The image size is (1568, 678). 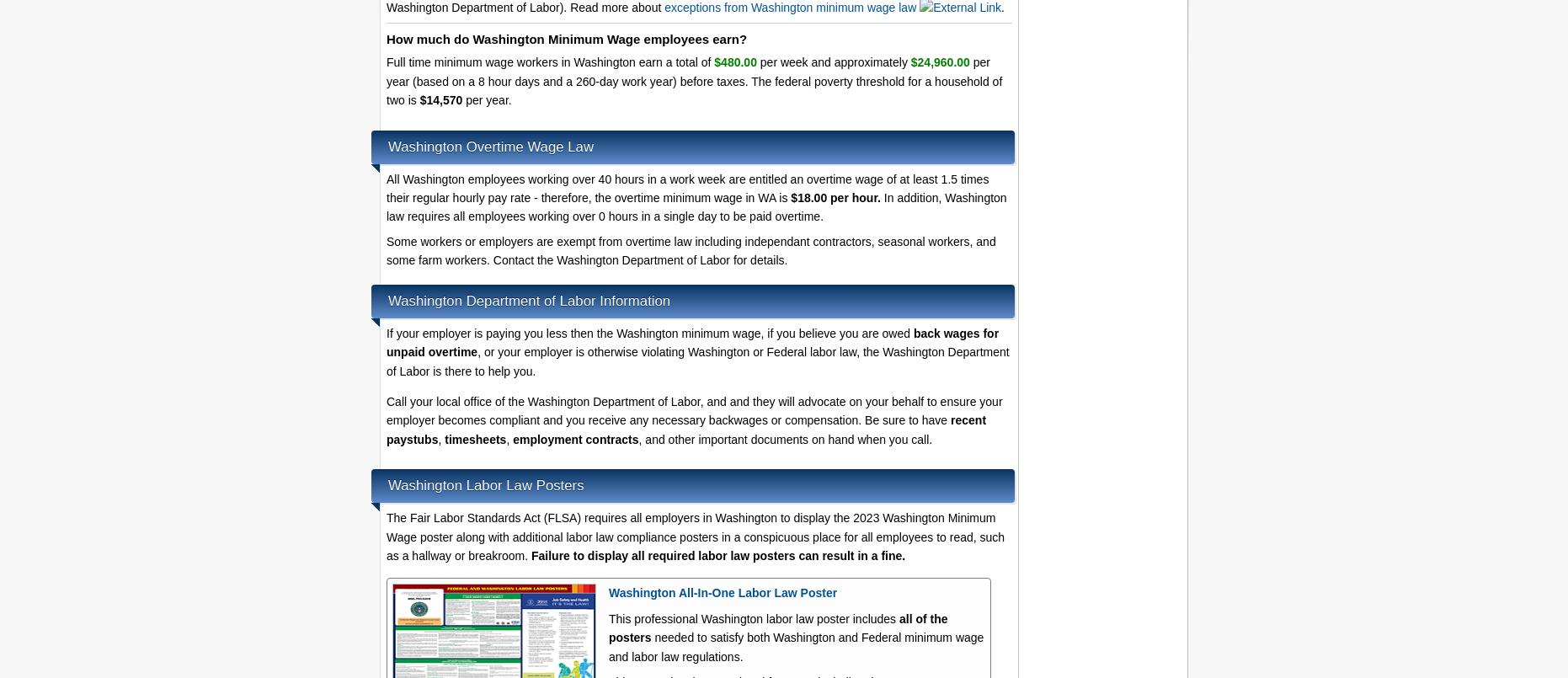 I want to click on 'per week and approximately', so click(x=832, y=61).